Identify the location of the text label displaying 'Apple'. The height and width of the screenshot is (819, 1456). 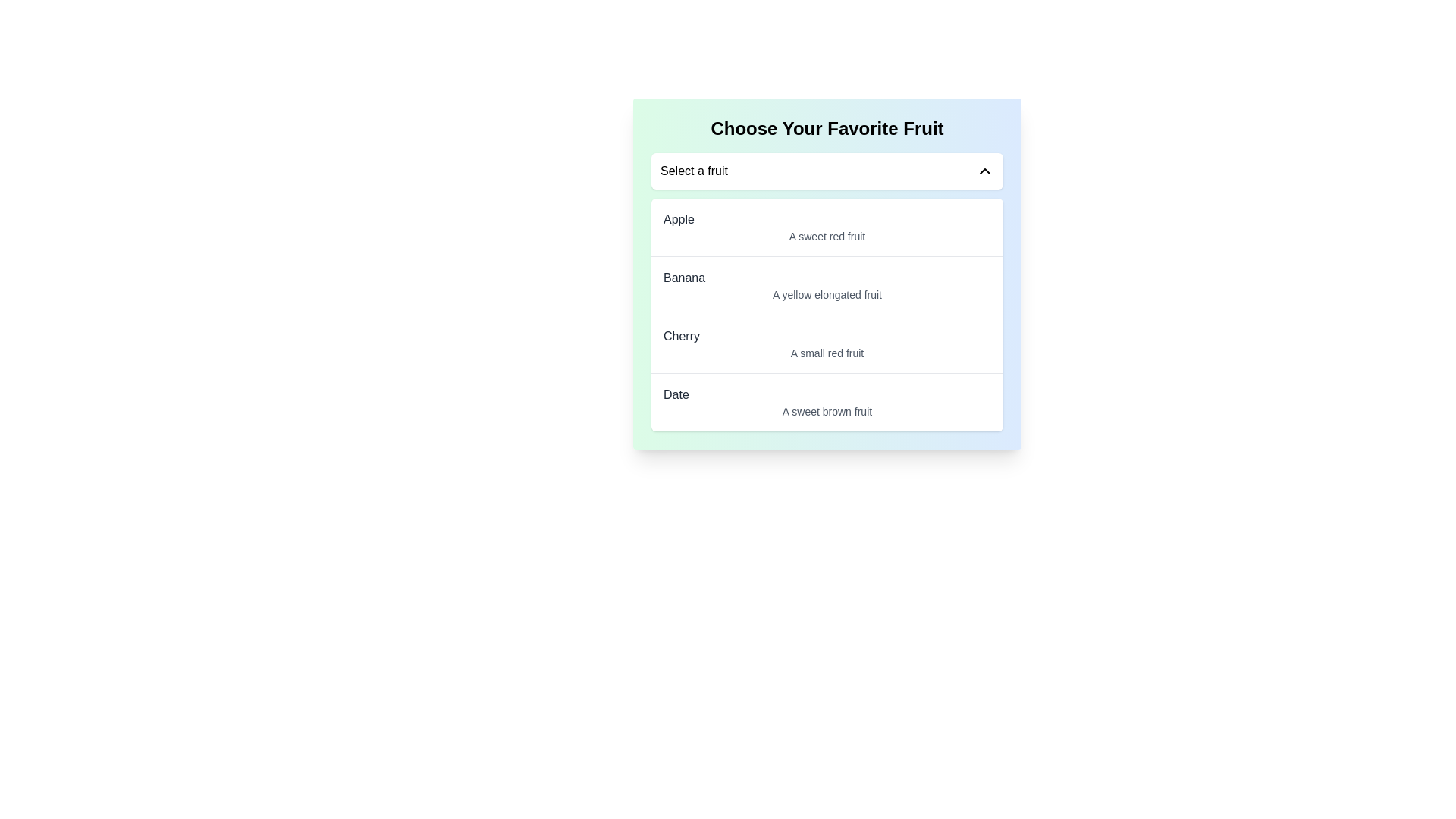
(678, 219).